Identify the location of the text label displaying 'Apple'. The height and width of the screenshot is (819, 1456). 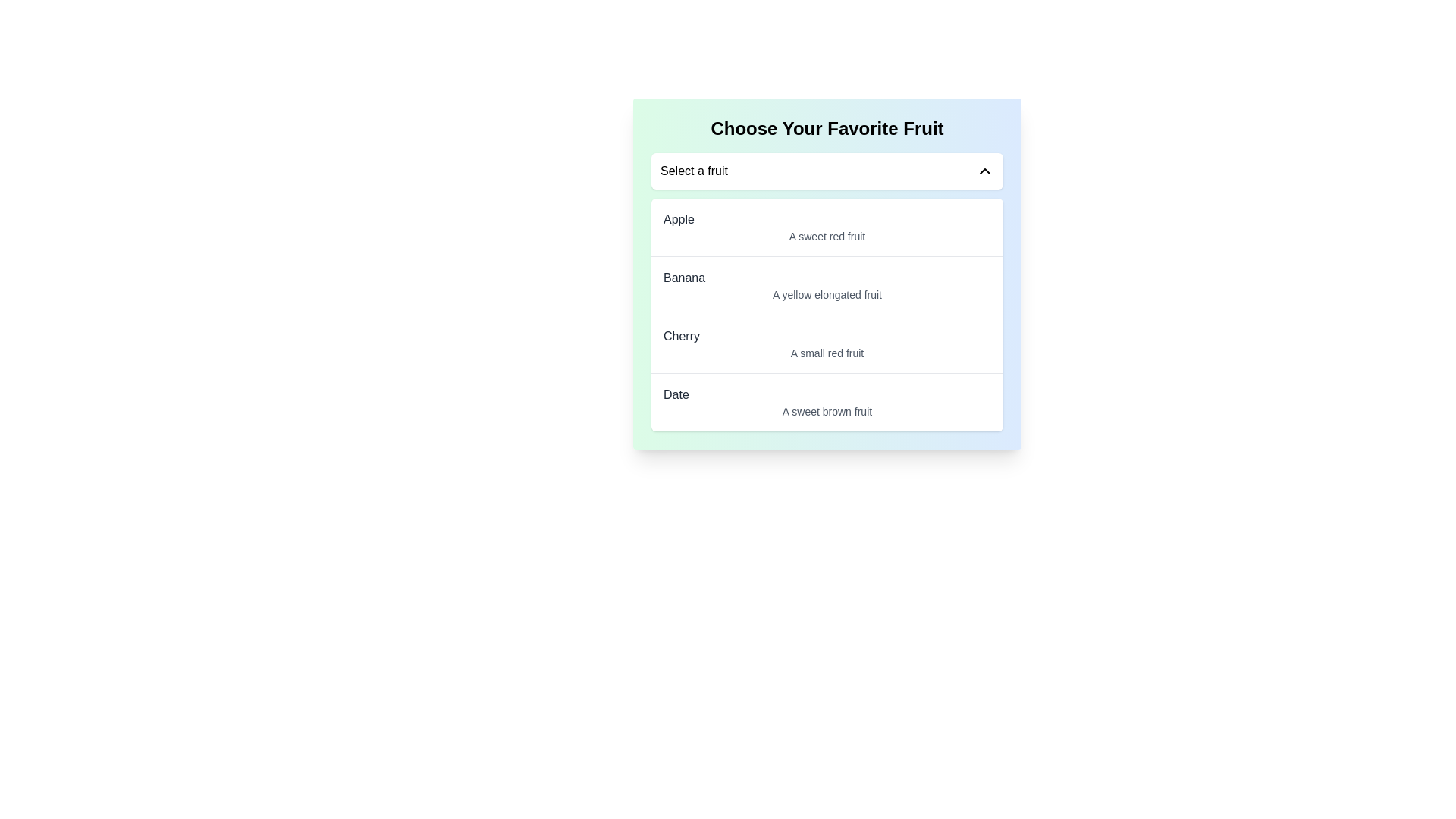
(678, 219).